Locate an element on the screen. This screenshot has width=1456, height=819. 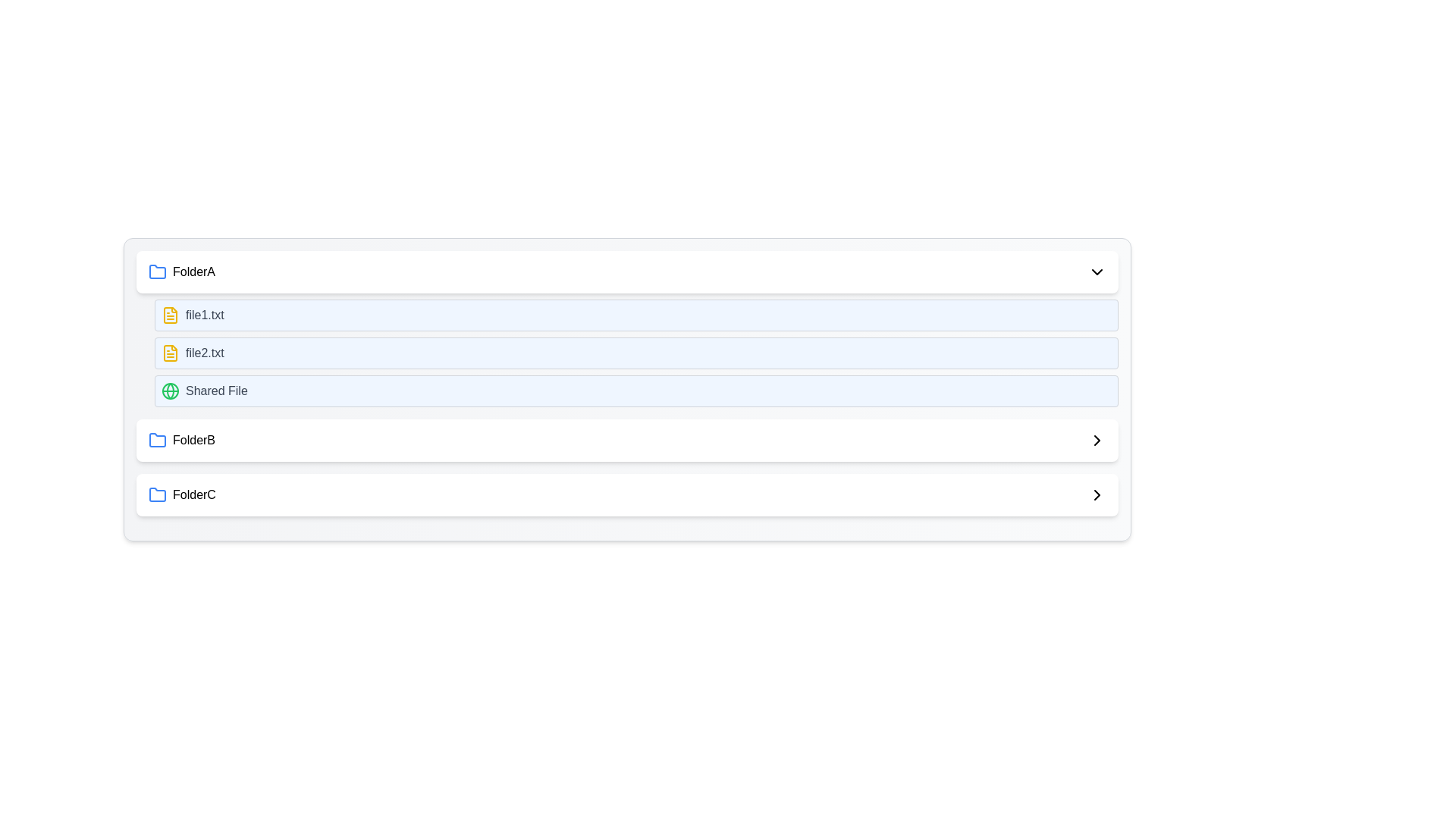
the icon that visually represents 'Shared Files,' positioned at the beginning of the 'Shared File' row, adjacent to its label is located at coordinates (171, 391).